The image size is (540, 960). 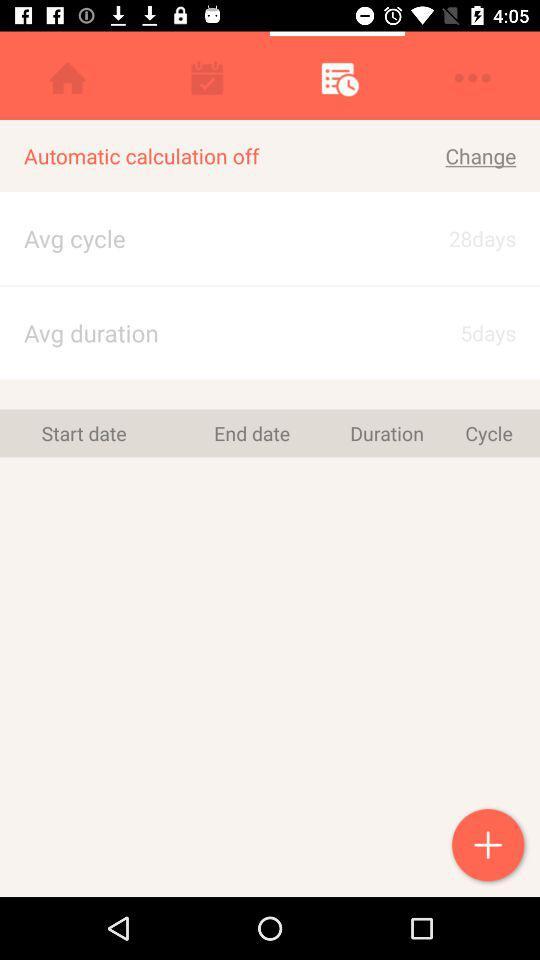 I want to click on the icon next to the avg cycle icon, so click(x=463, y=333).